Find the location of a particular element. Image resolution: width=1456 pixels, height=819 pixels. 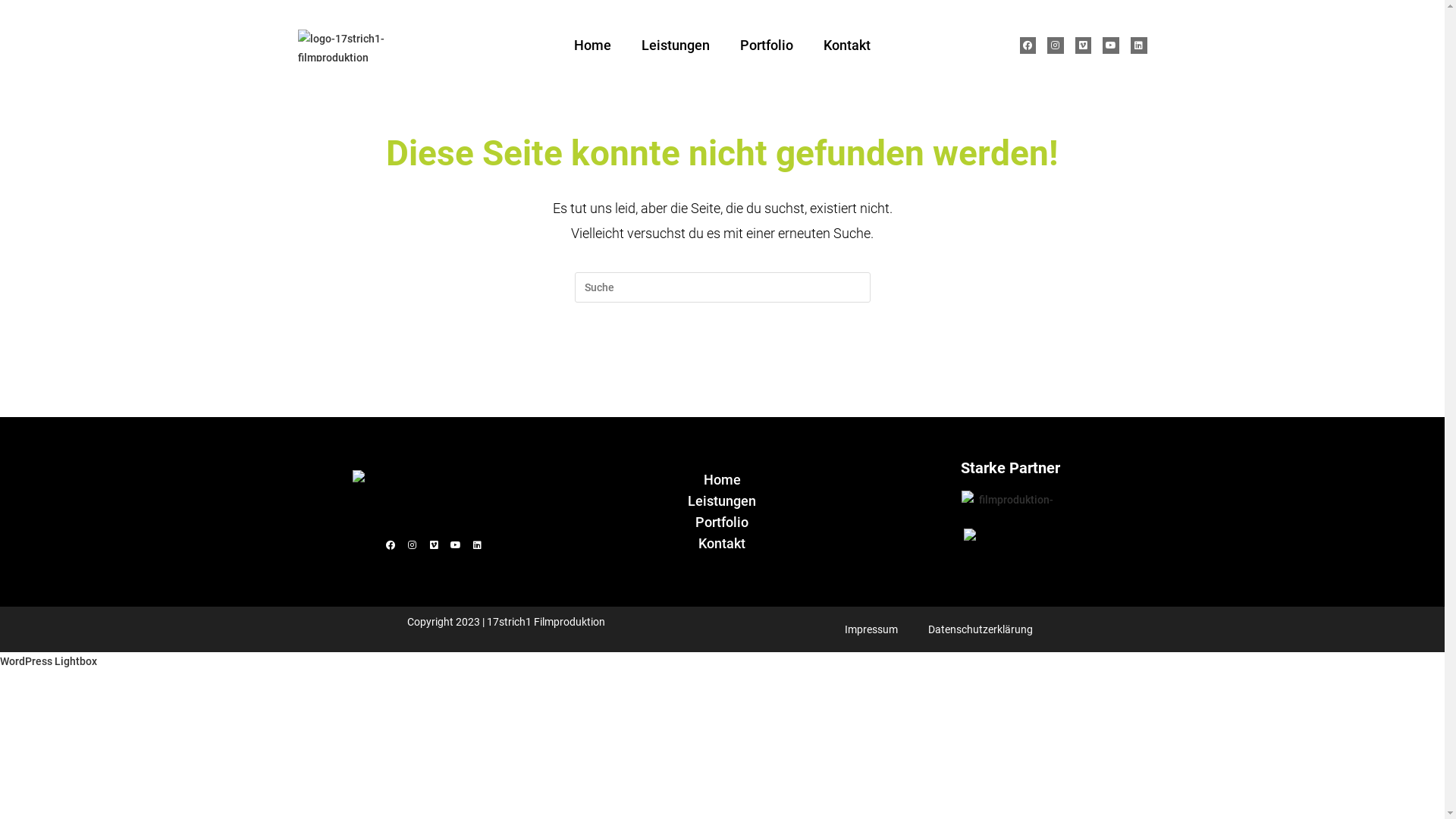

'WordPress Lightbox' is located at coordinates (0, 660).